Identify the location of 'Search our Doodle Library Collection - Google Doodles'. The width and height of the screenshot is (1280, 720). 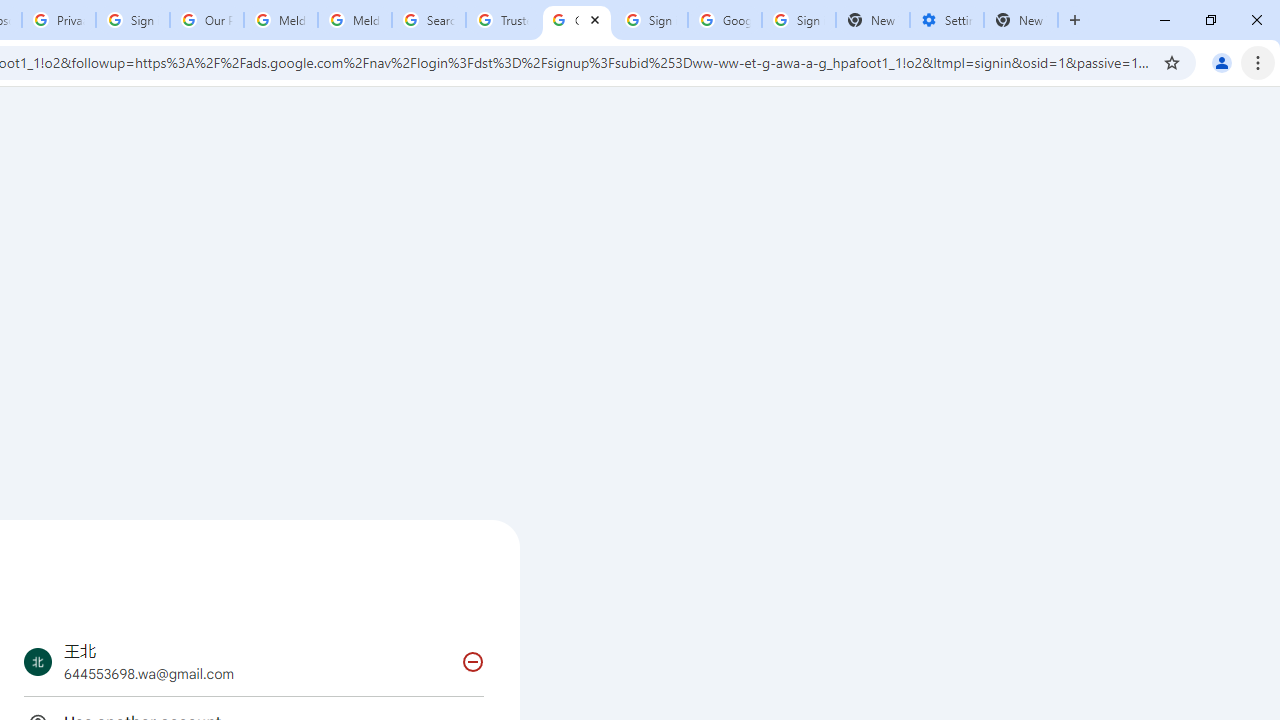
(427, 20).